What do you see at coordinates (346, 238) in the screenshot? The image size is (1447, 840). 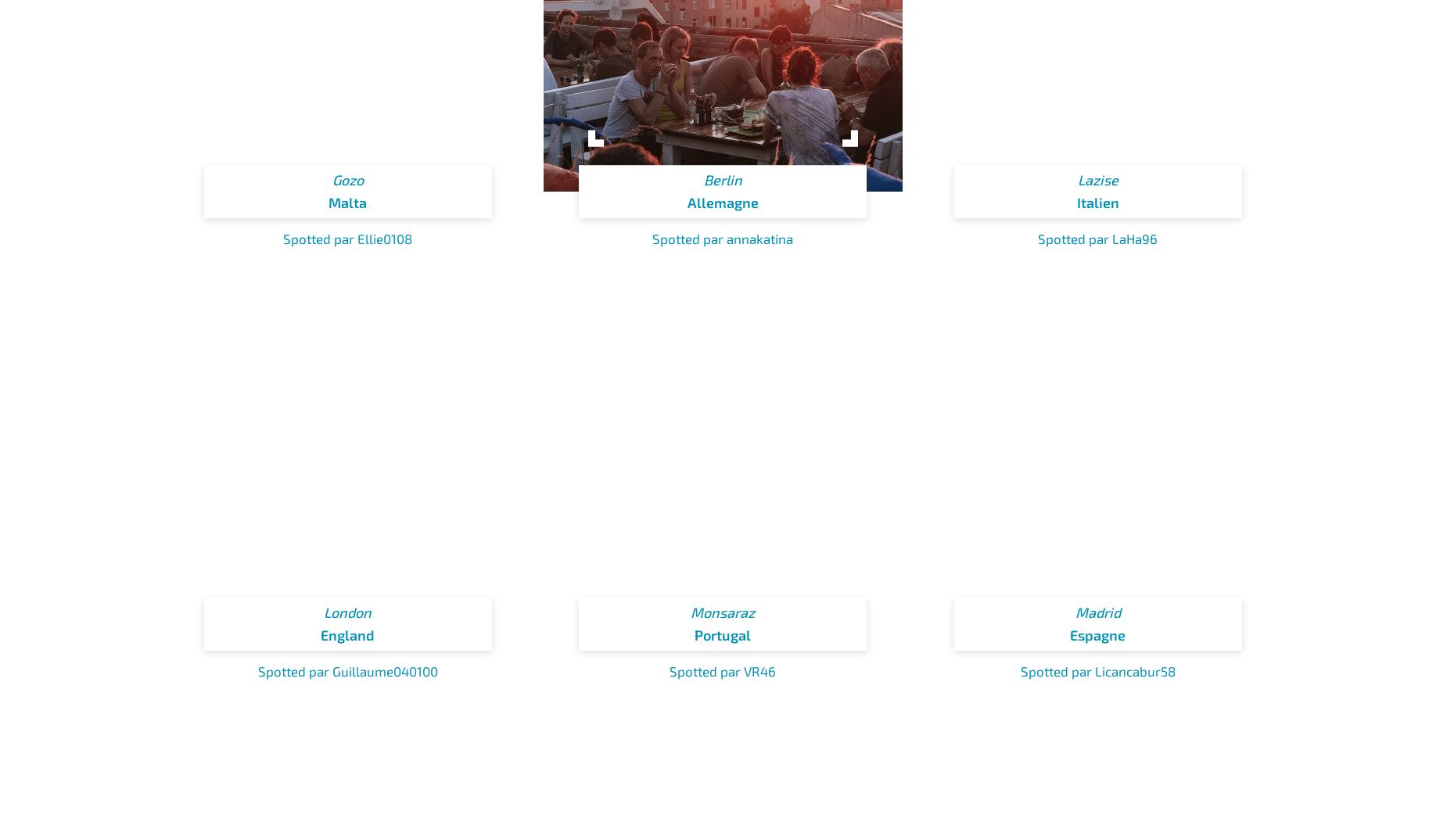 I see `'Spotted par Ellie0108'` at bounding box center [346, 238].